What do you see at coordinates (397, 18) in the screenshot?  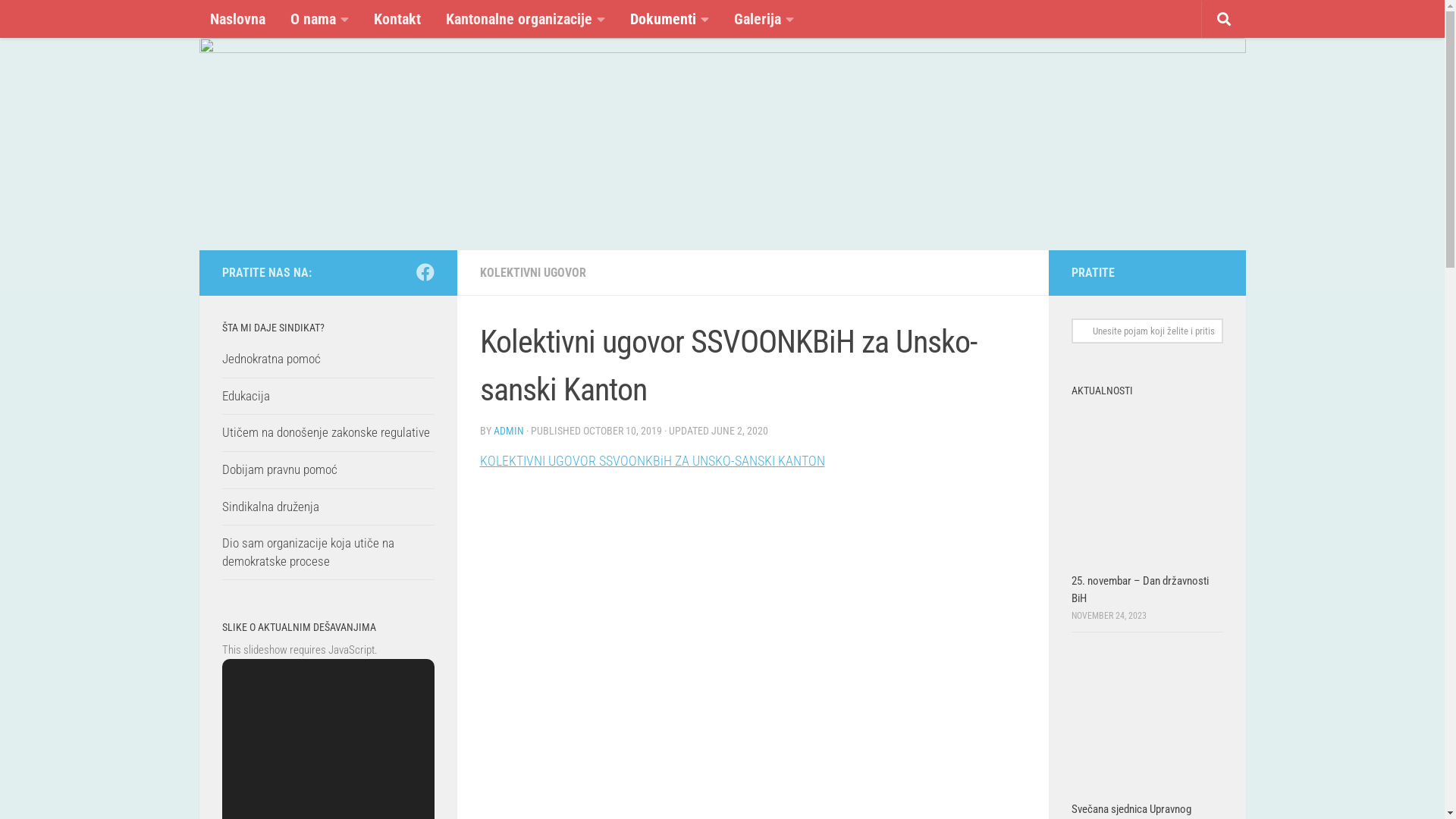 I see `'Kontakt'` at bounding box center [397, 18].